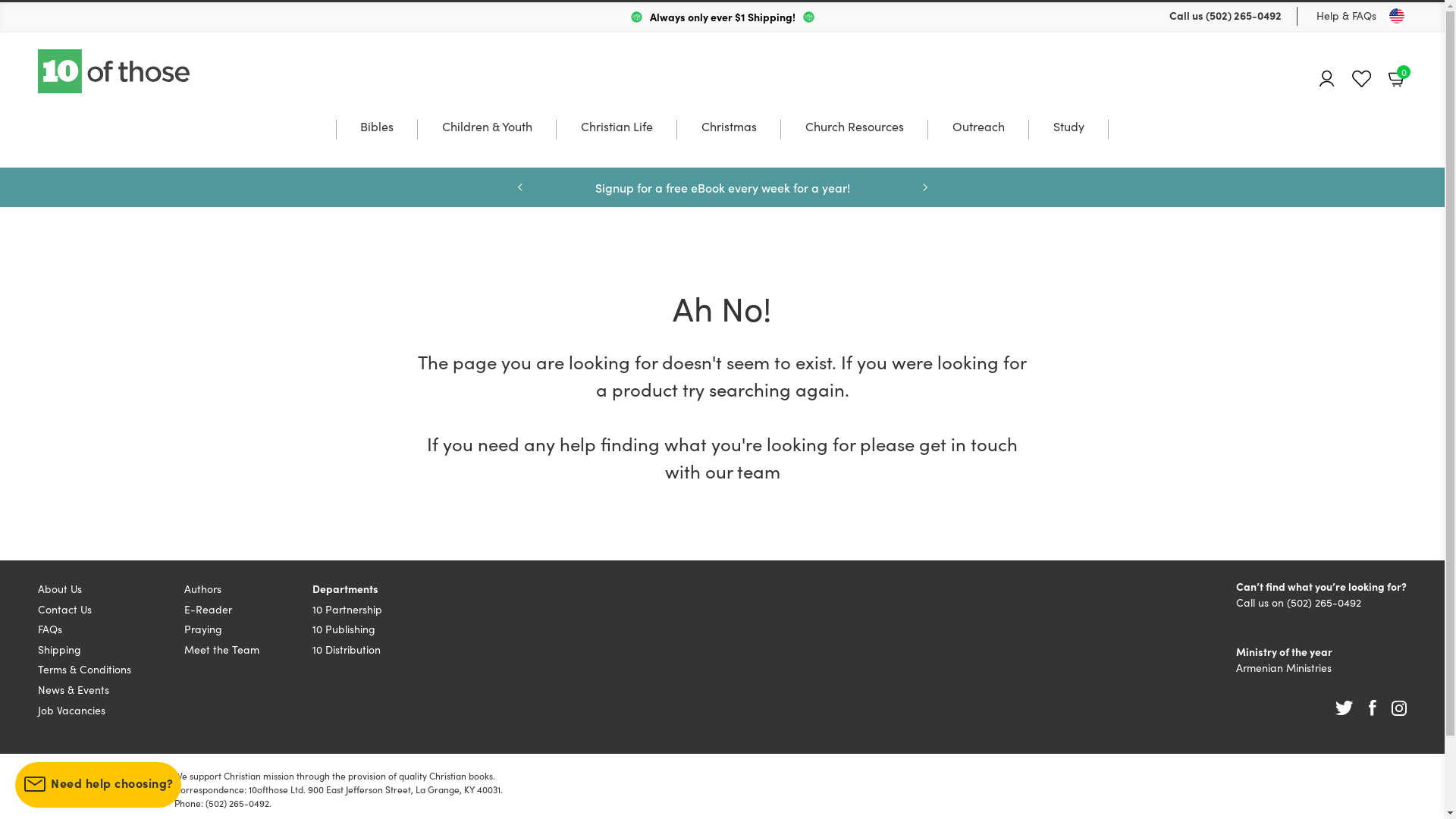  Describe the element at coordinates (519, 186) in the screenshot. I see `'Previous'` at that location.